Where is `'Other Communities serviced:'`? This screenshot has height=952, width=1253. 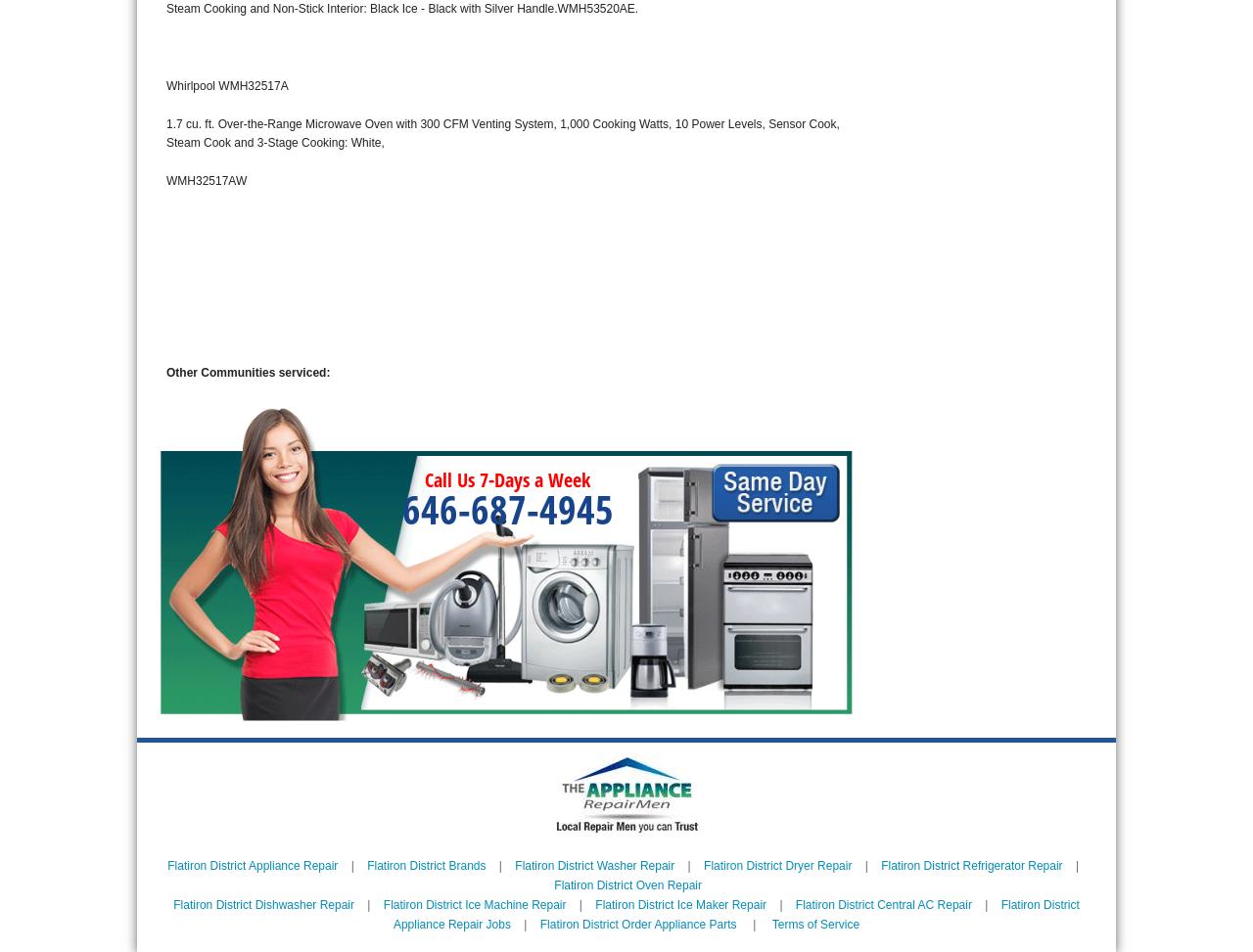
'Other Communities serviced:' is located at coordinates (247, 372).